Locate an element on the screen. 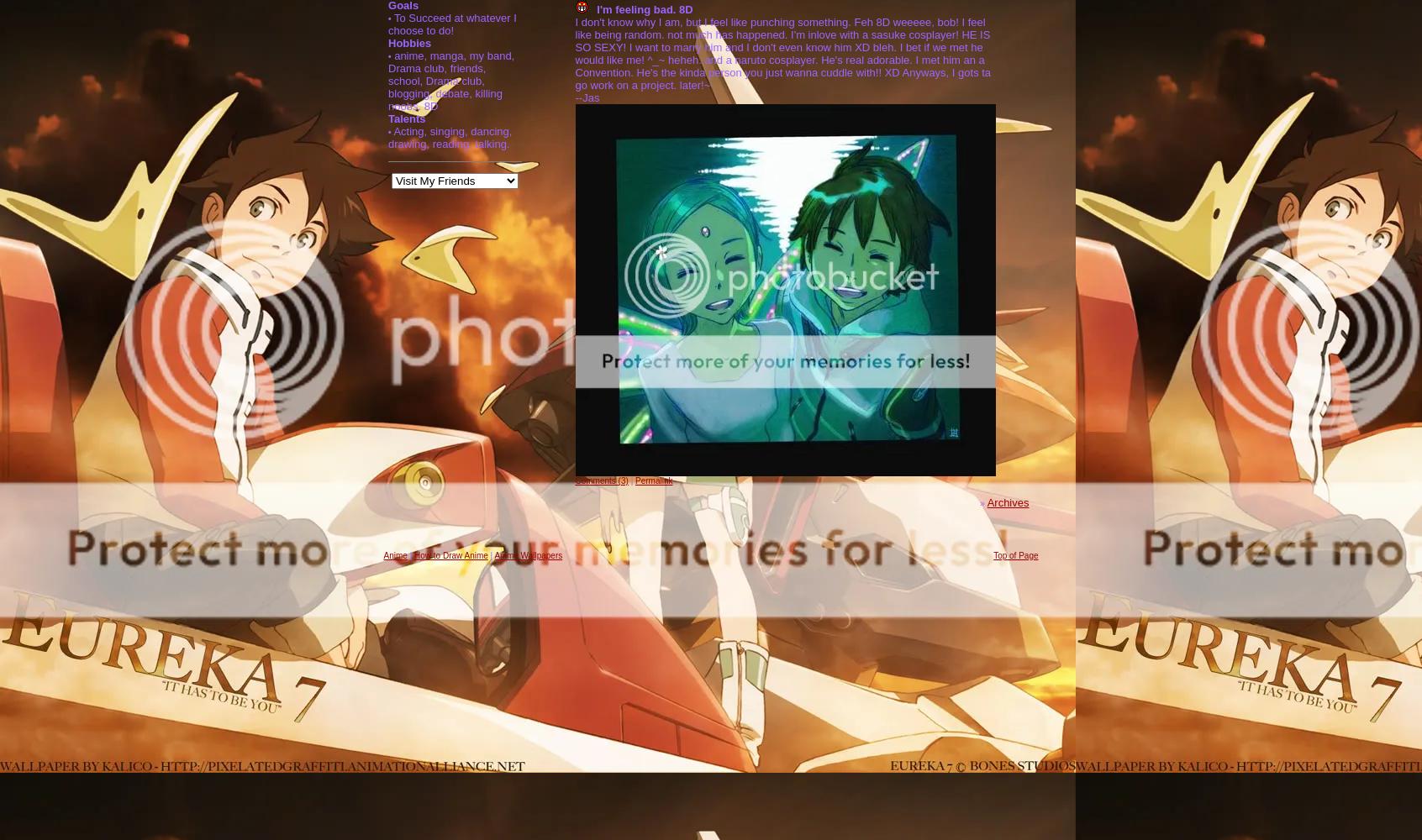 The width and height of the screenshot is (1422, 840). 'I'm feeling bad. 8D' is located at coordinates (641, 9).